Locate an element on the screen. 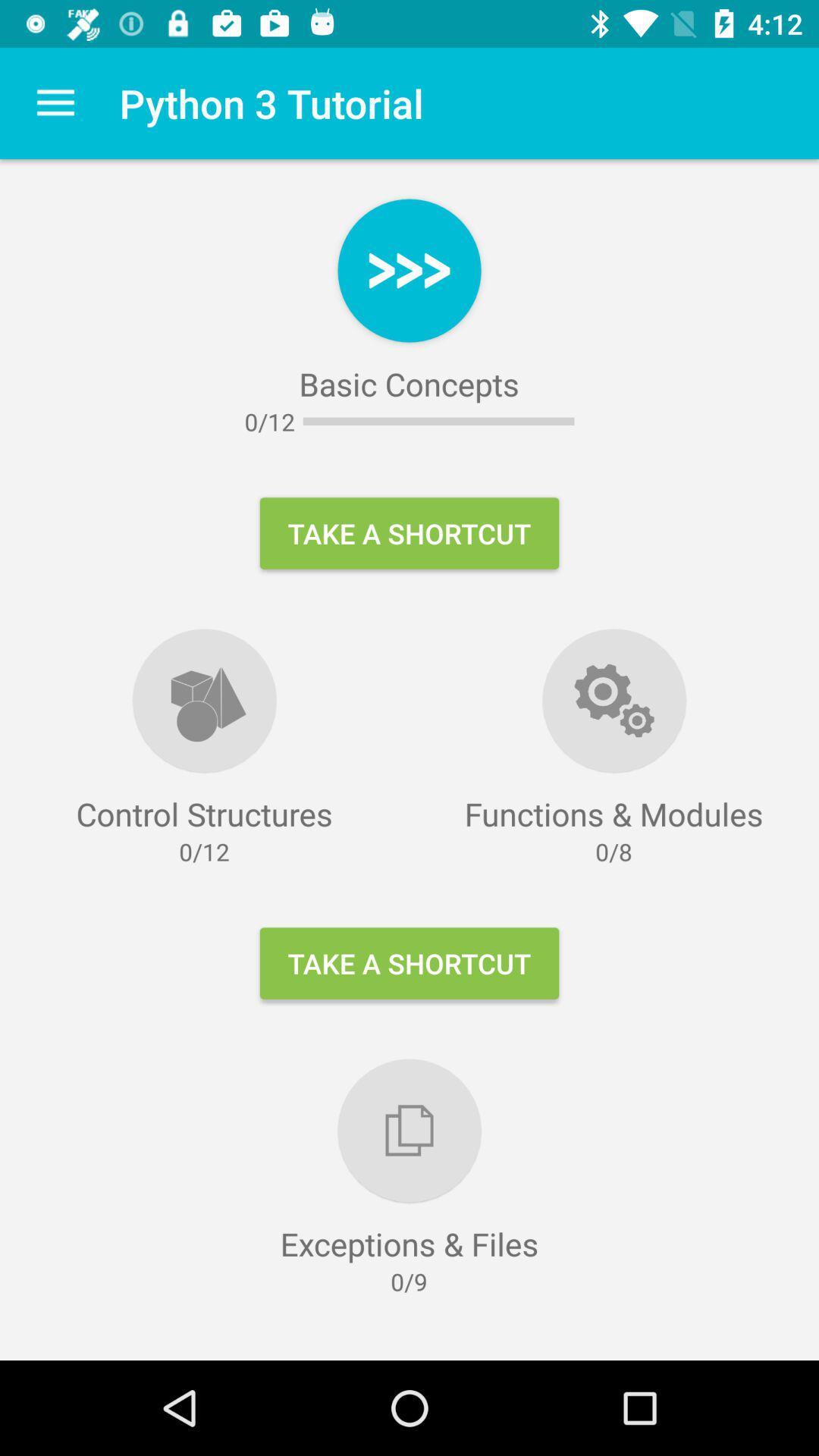 The width and height of the screenshot is (819, 1456). the symbol above control structures is located at coordinates (205, 700).